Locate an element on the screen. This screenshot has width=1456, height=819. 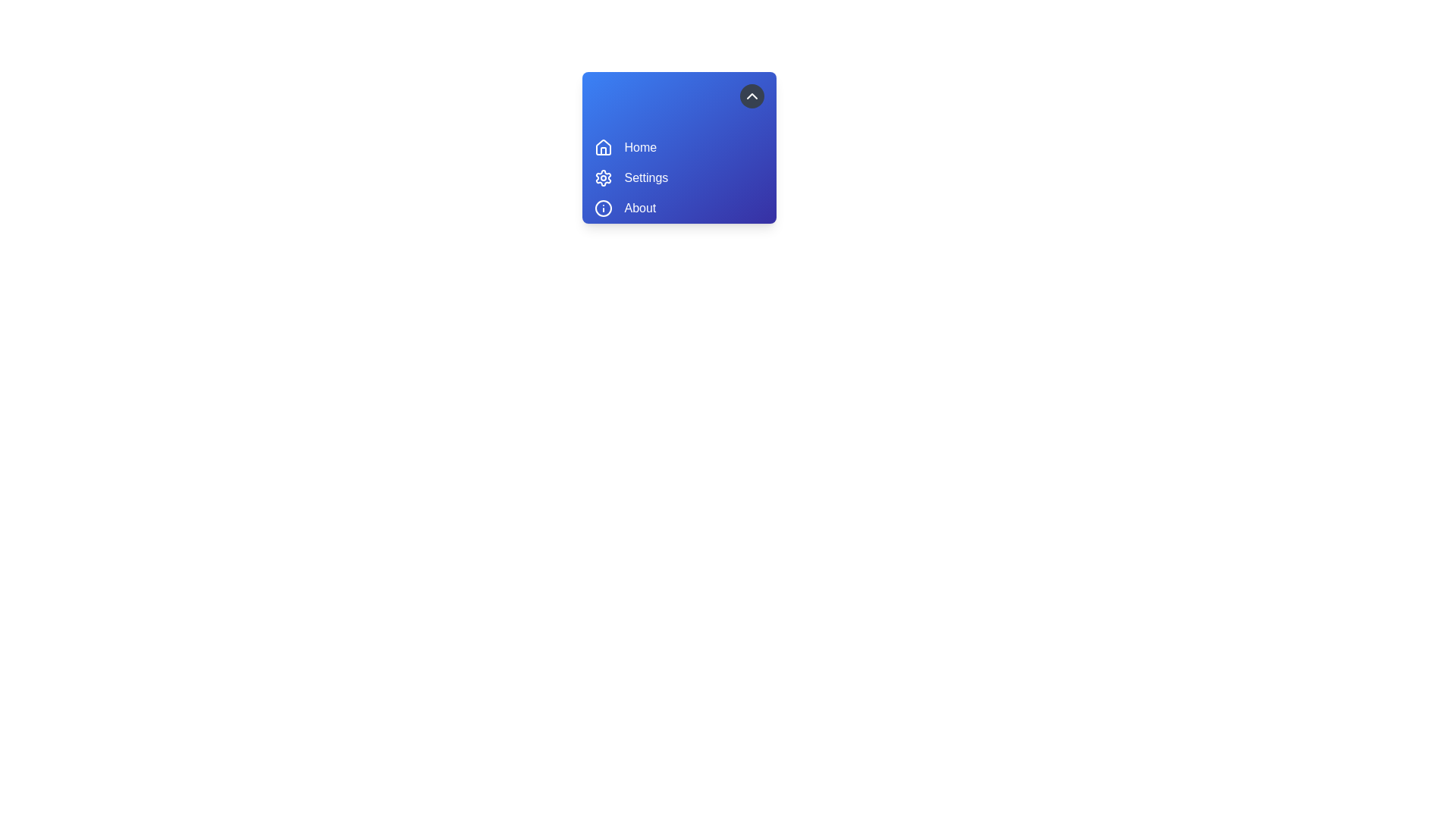
the 'Settings' icon located as the second item in the vertical menu is located at coordinates (602, 177).